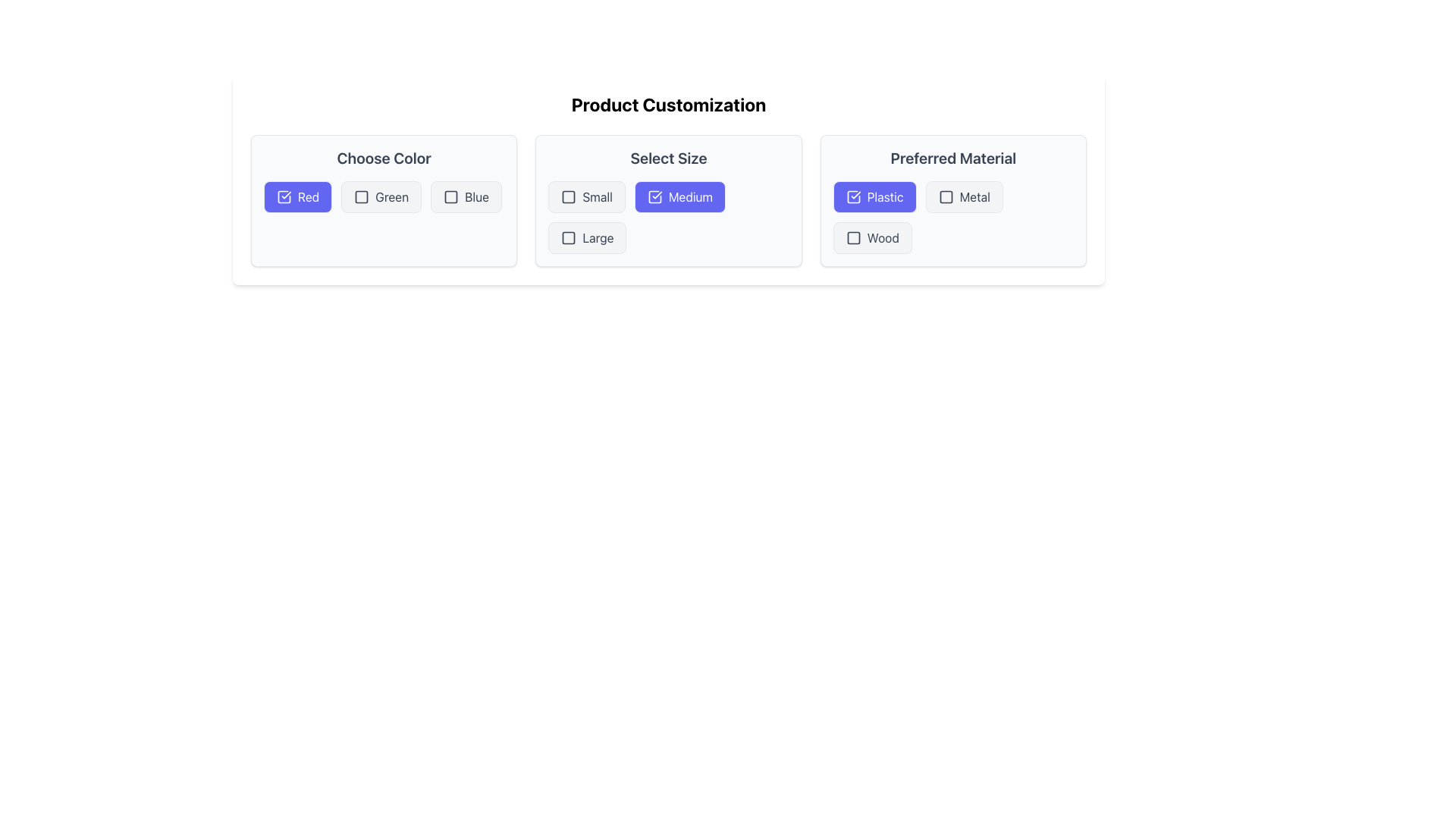 The height and width of the screenshot is (819, 1456). What do you see at coordinates (384, 196) in the screenshot?
I see `the Interactive selection group under the title 'Choose Color'` at bounding box center [384, 196].